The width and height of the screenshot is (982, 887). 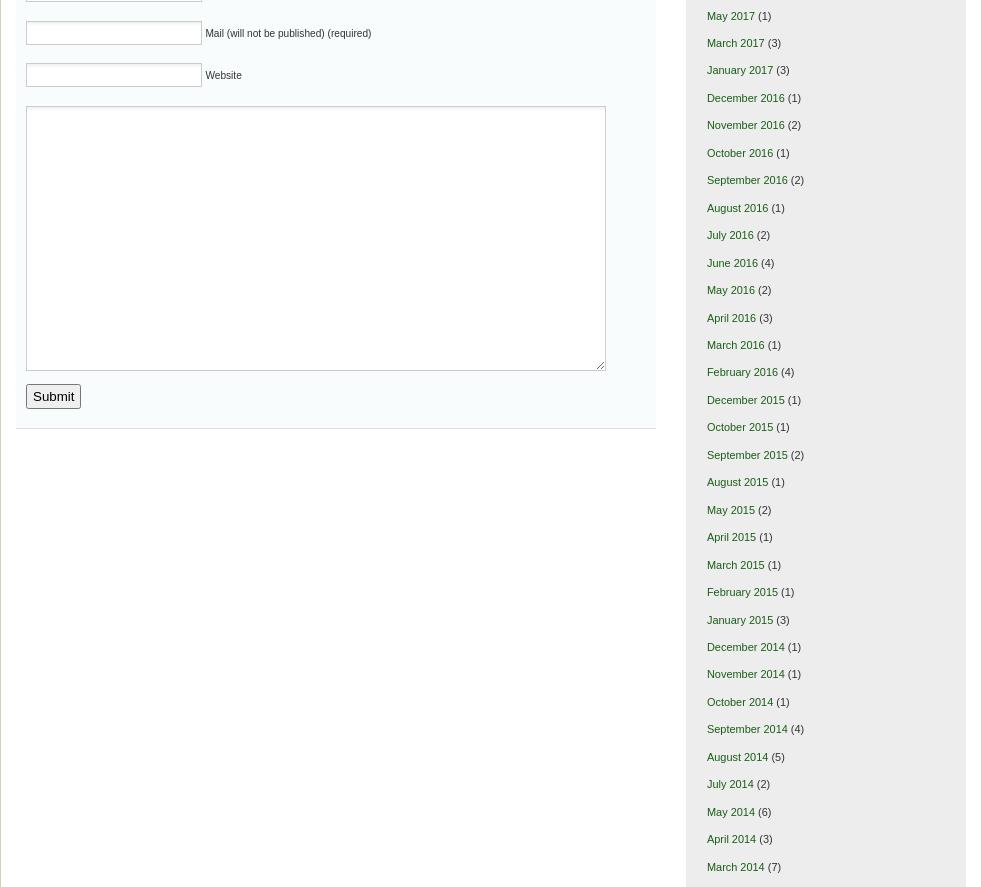 I want to click on 'December 2014', so click(x=745, y=645).